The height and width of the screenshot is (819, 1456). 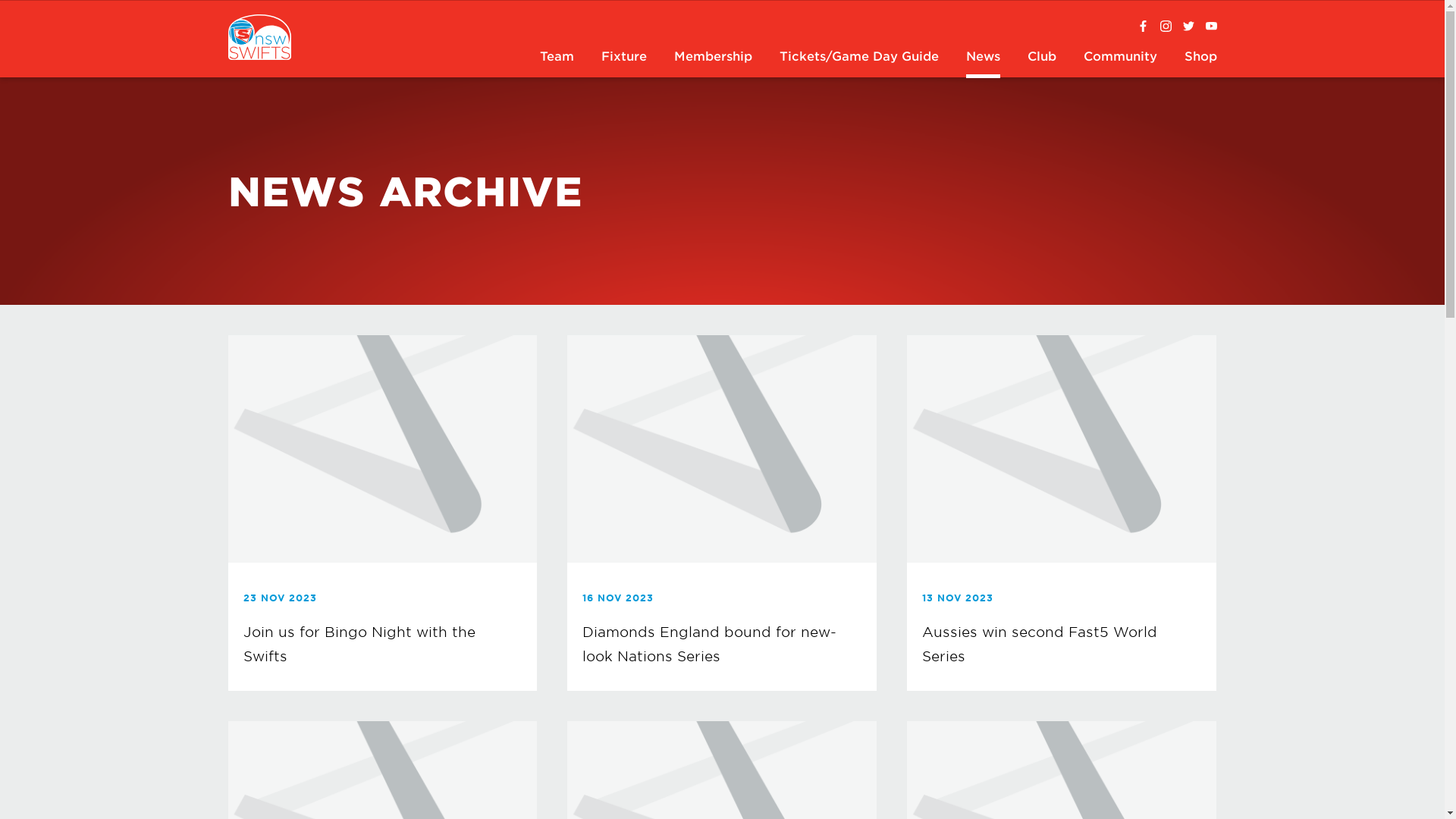 What do you see at coordinates (1040, 57) in the screenshot?
I see `'Club'` at bounding box center [1040, 57].